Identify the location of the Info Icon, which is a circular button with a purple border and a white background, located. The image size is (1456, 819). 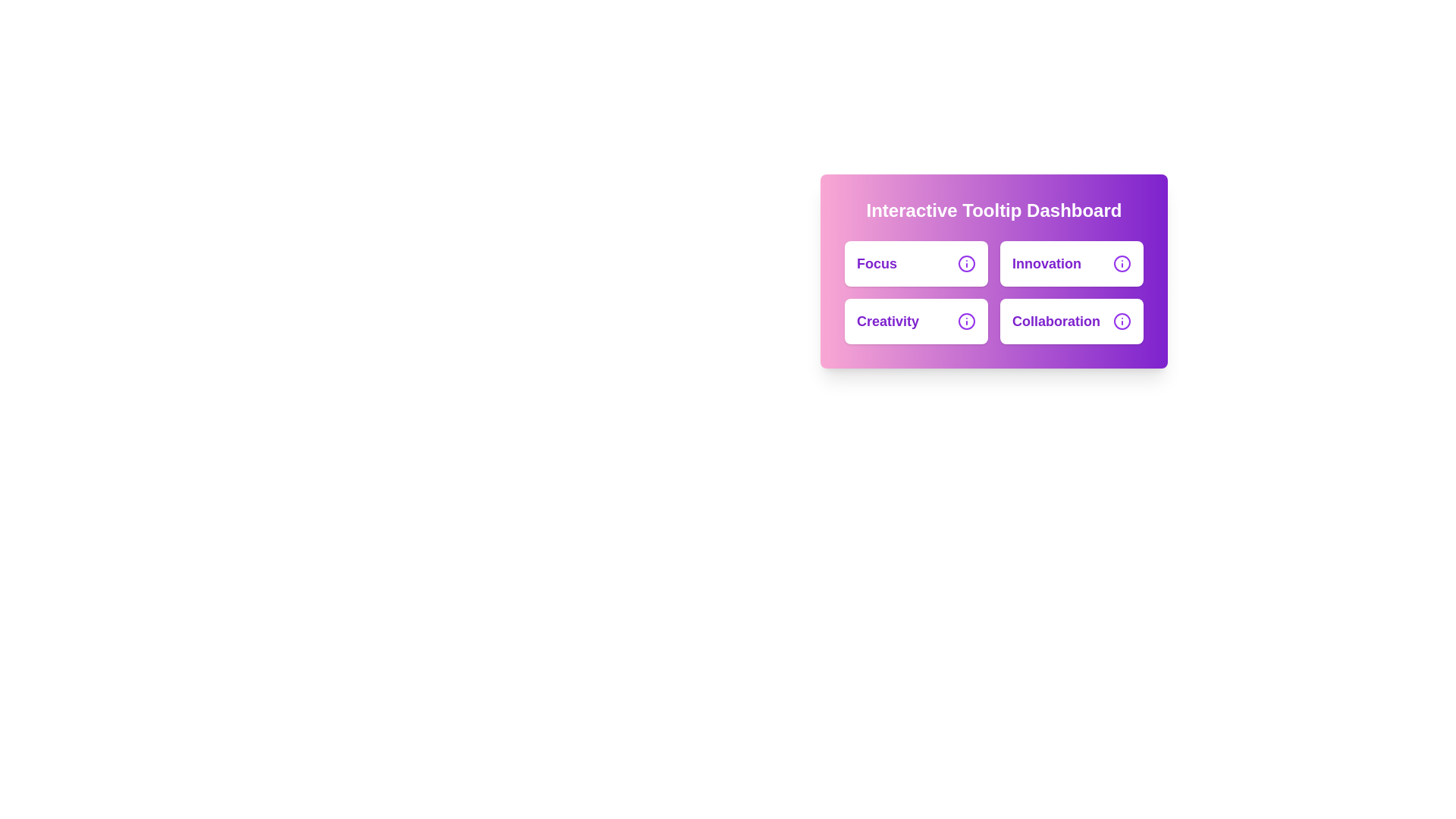
(966, 321).